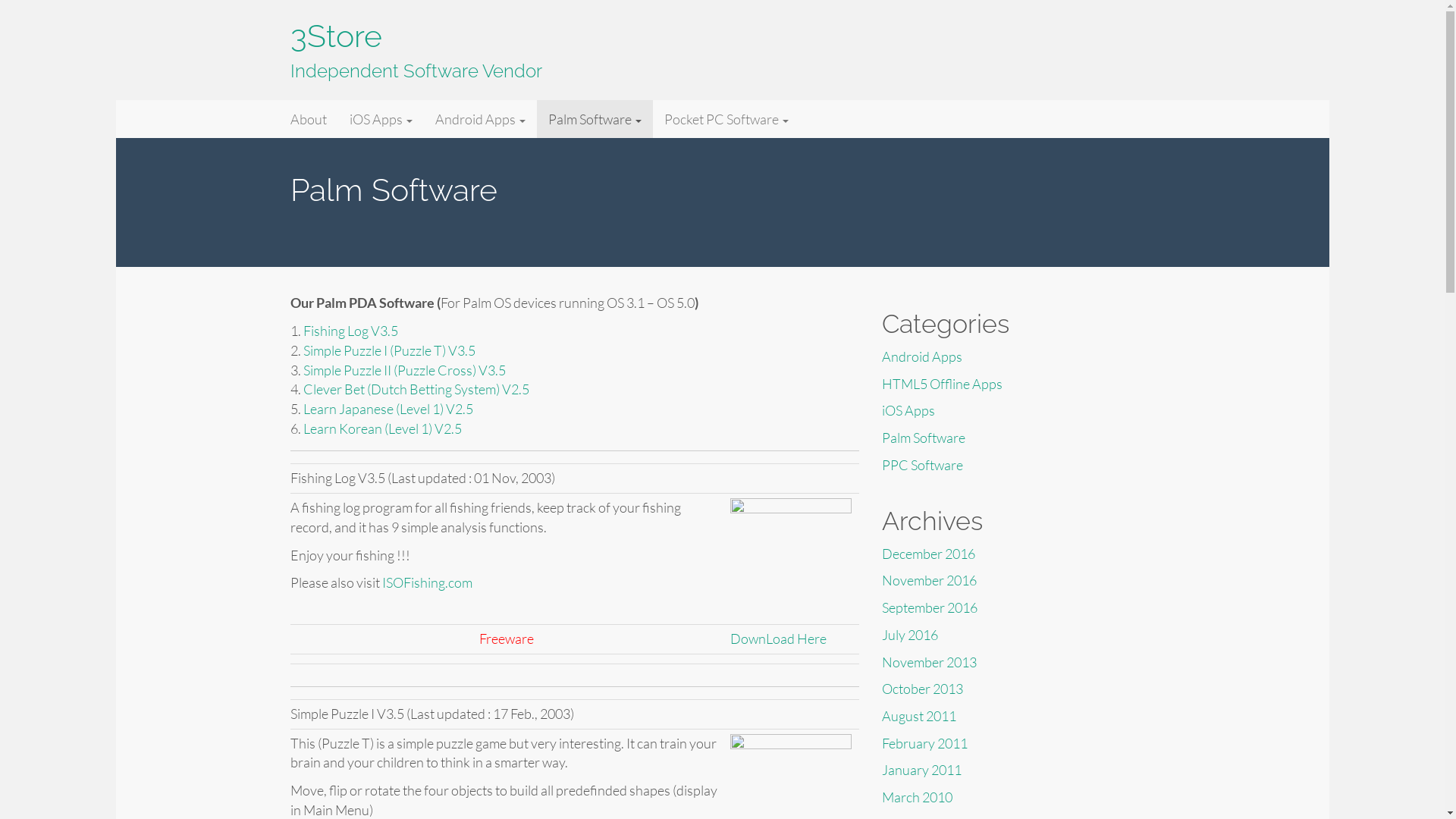 This screenshot has width=1456, height=819. I want to click on 'August 2011', so click(917, 716).